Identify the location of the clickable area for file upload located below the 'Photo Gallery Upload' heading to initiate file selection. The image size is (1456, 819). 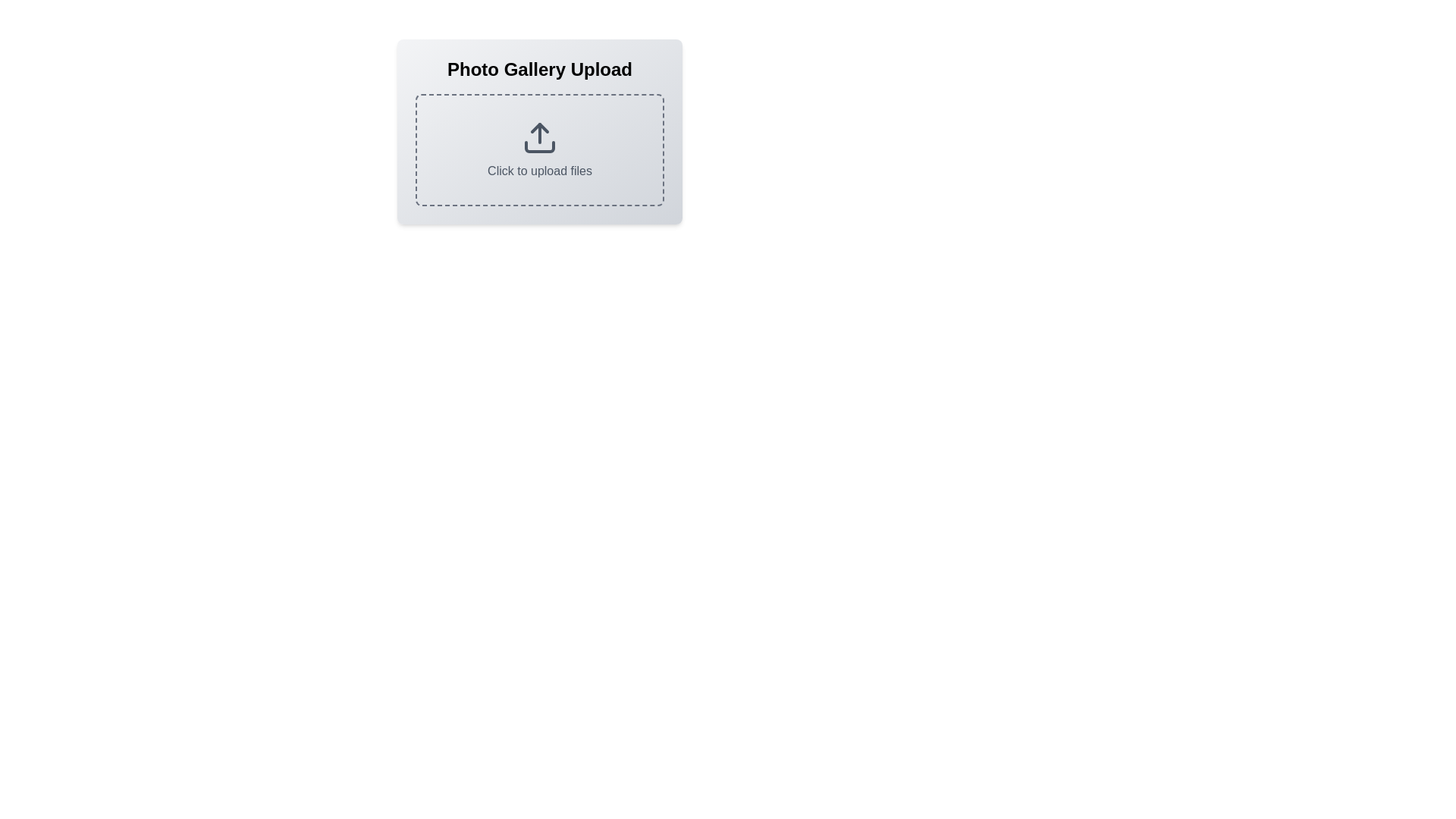
(539, 149).